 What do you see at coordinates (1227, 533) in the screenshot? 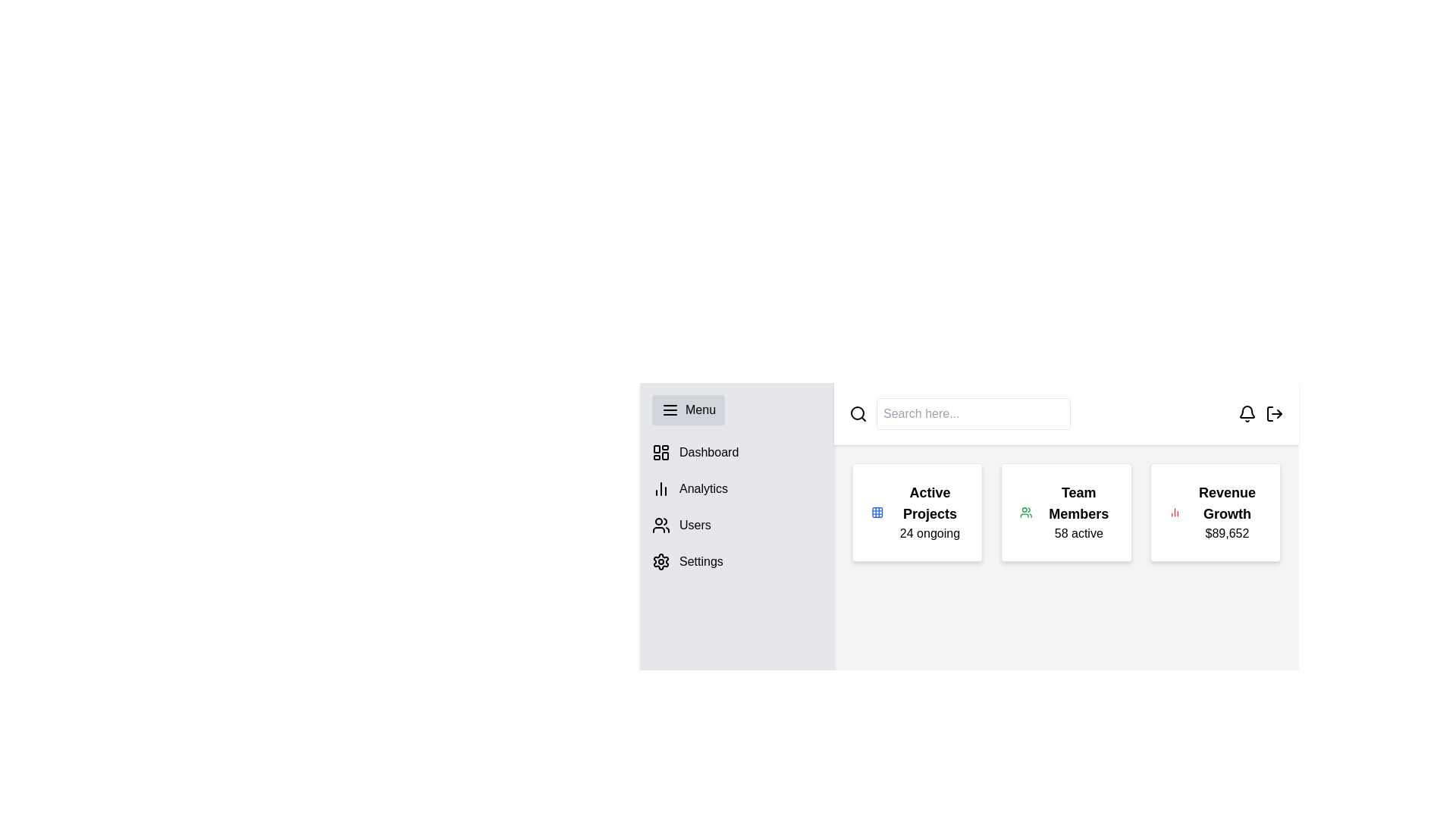
I see `the text label indicating the monetary amount related to 'Revenue Growth' to activate any potential tooltip` at bounding box center [1227, 533].